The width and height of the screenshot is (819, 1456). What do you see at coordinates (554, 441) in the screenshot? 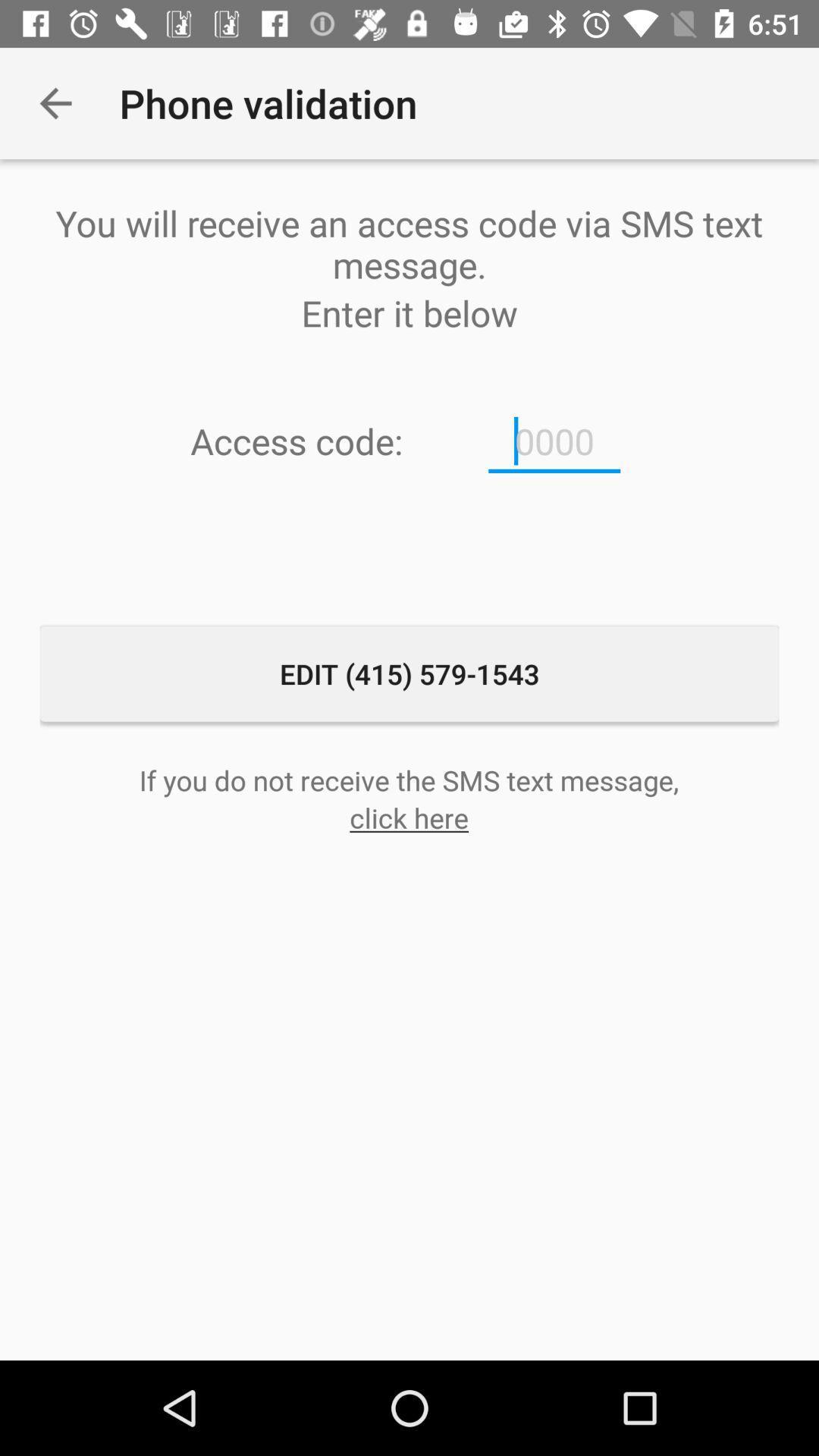
I see `access code` at bounding box center [554, 441].